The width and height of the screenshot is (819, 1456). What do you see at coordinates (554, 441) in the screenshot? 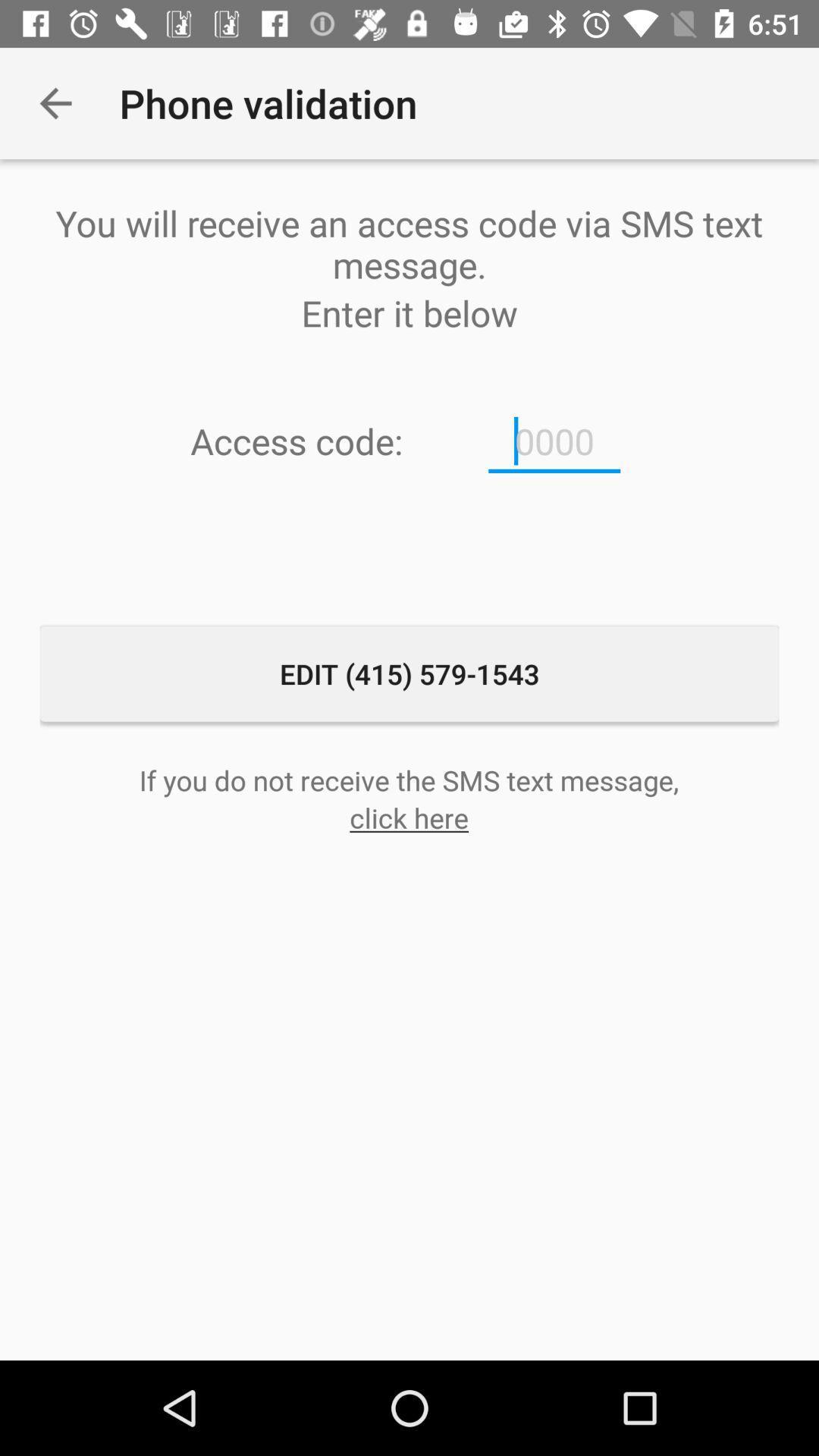
I see `access code` at bounding box center [554, 441].